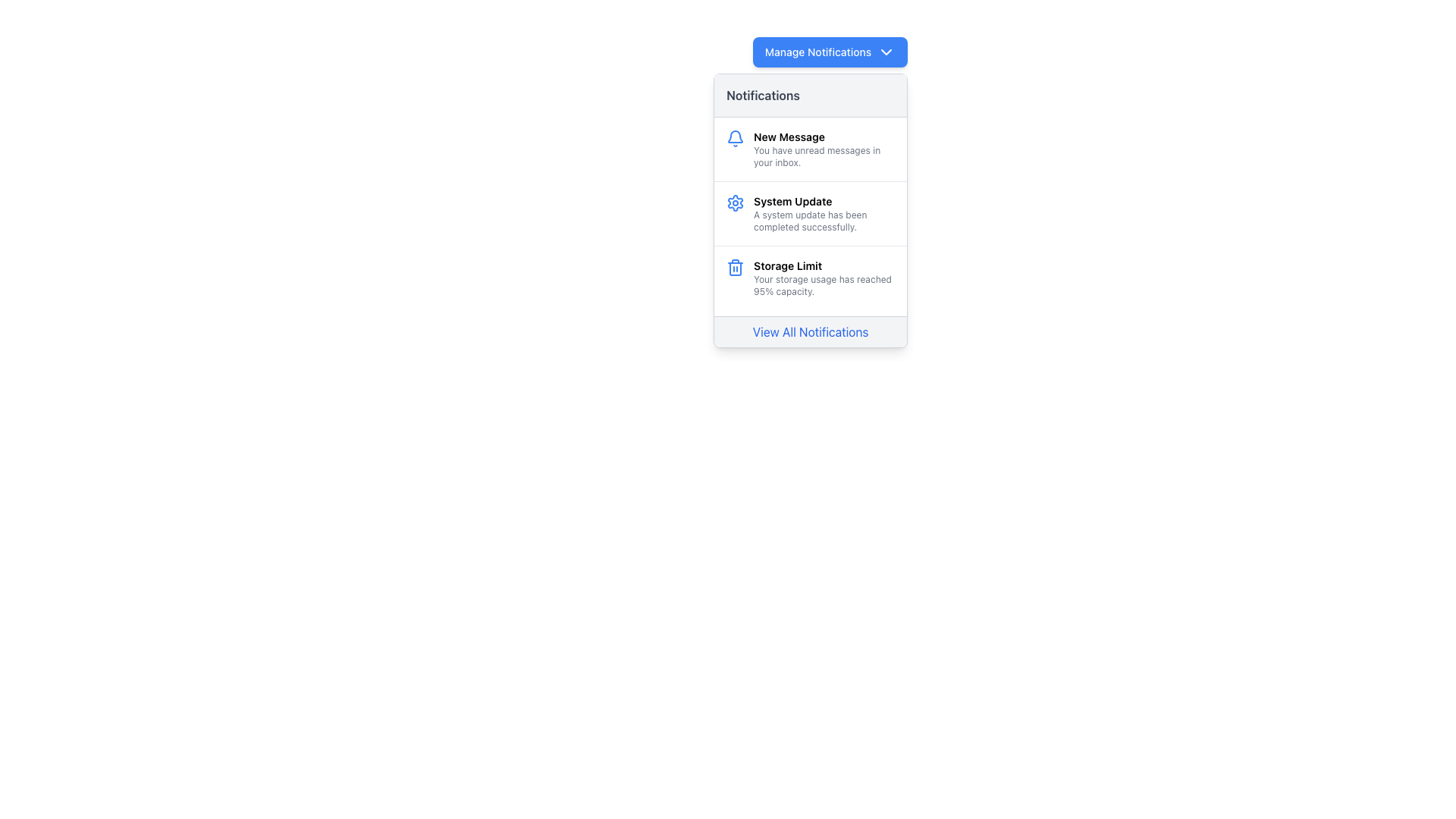 This screenshot has height=819, width=1456. What do you see at coordinates (824, 286) in the screenshot?
I see `information displayed in the text label that shows 'Your storage usage has reached 95% capacity.' which is located below the 'Storage Limit' label within the notification card` at bounding box center [824, 286].